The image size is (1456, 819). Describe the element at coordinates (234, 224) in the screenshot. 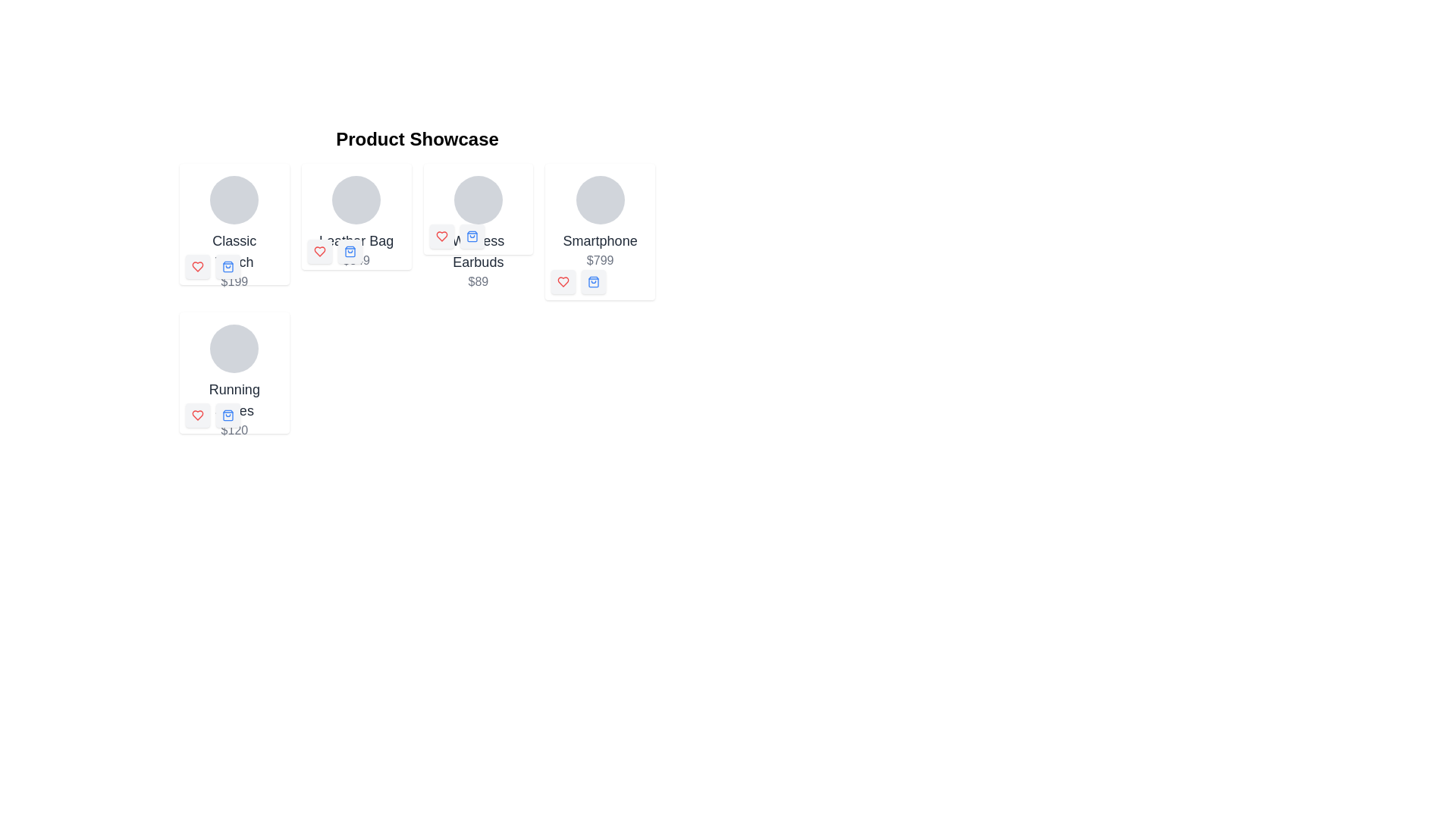

I see `the product details card located in the first row, first column of the product showcase grid, which displays product information including the name, icon, and price` at that location.